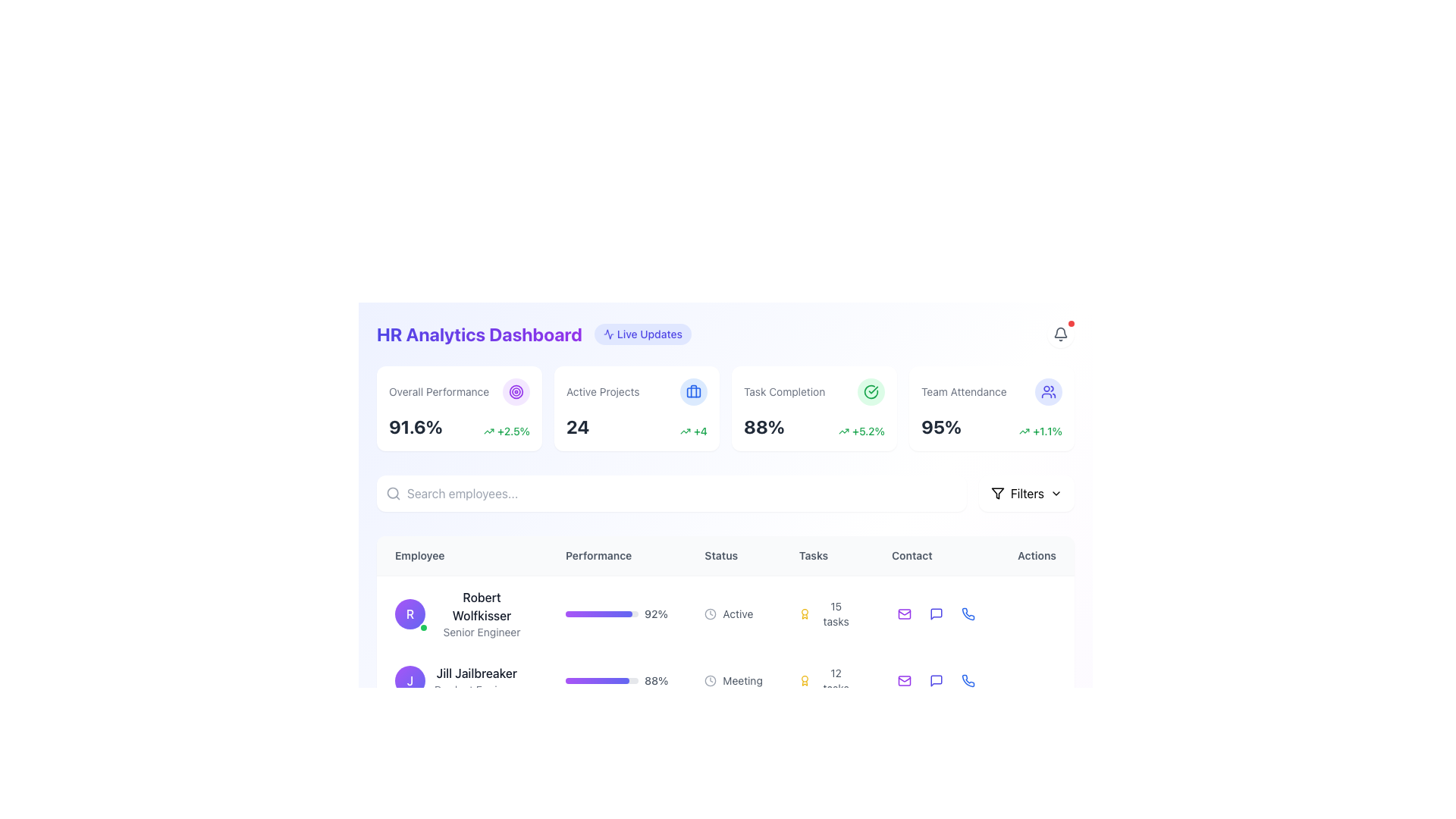  I want to click on the interactive speech bubble icon for 'Jill Jailbreaker' located in the 'Contact' column to trigger a tooltip or highlight effect, so click(936, 680).